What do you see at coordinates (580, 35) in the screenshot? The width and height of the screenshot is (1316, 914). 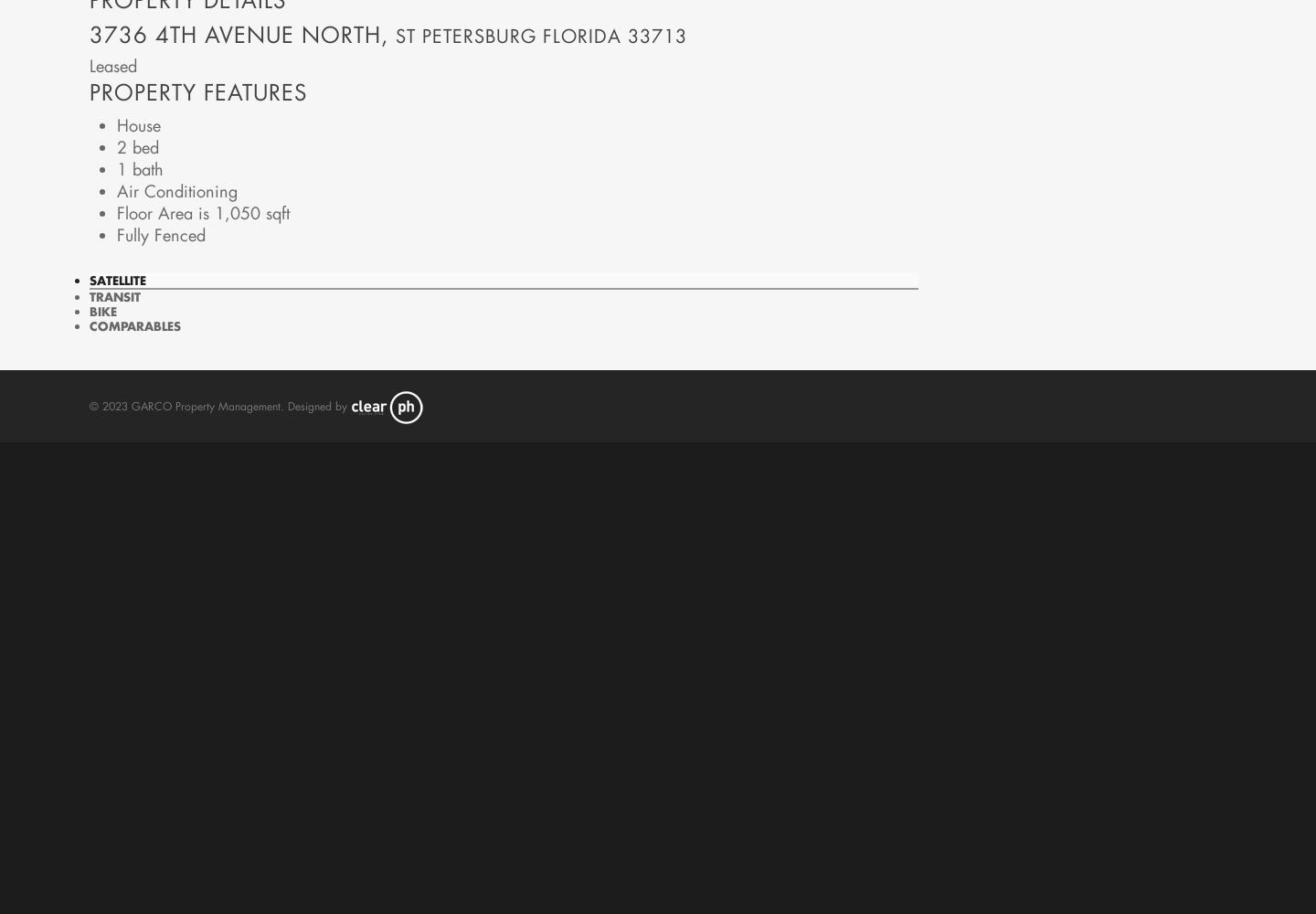 I see `'Florida'` at bounding box center [580, 35].